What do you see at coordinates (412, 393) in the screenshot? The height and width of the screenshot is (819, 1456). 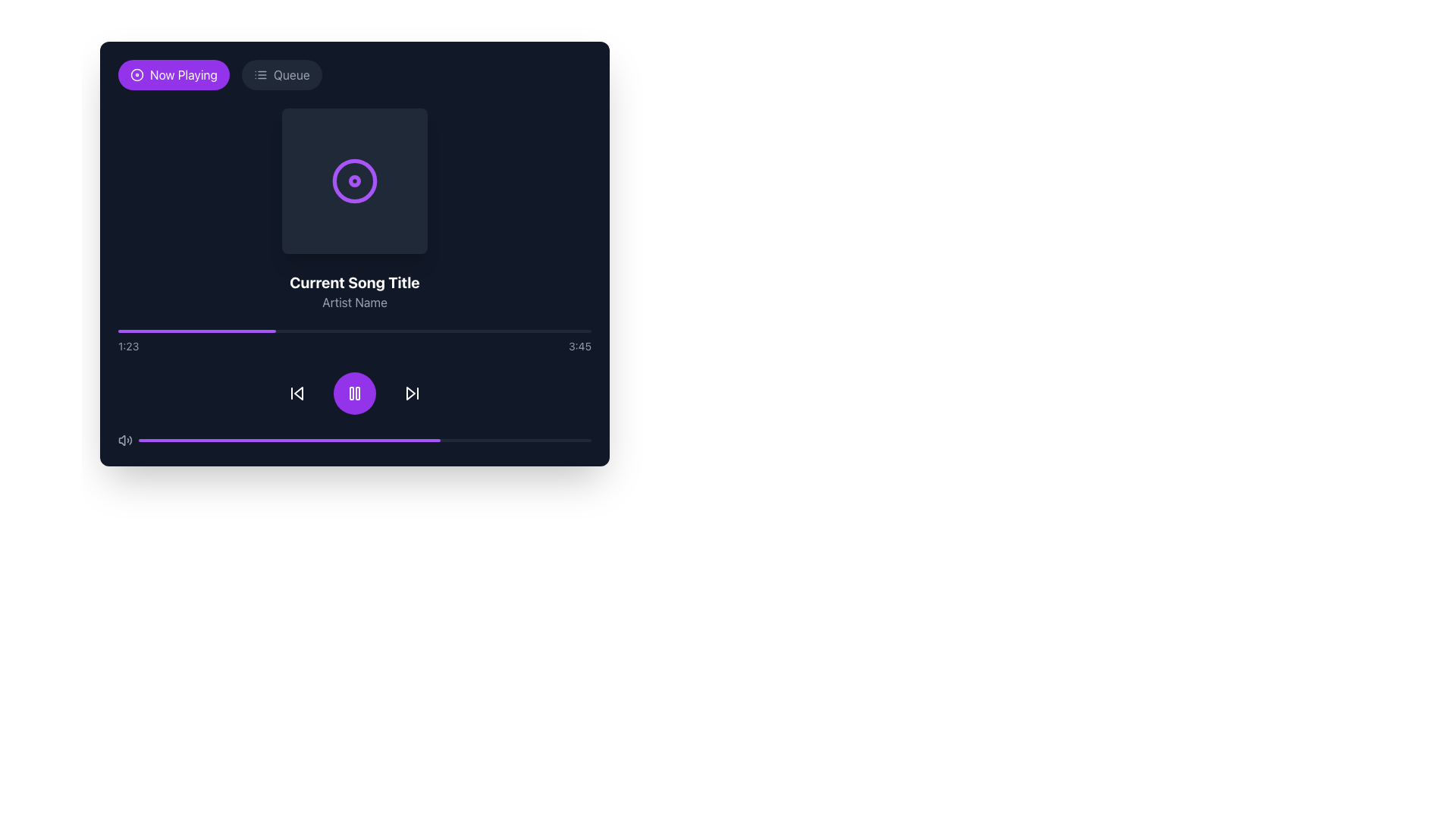 I see `the skip-forward button icon, which features a triangular play symbol and is located to the right of the play button in the control bar area, to skip to the next track` at bounding box center [412, 393].